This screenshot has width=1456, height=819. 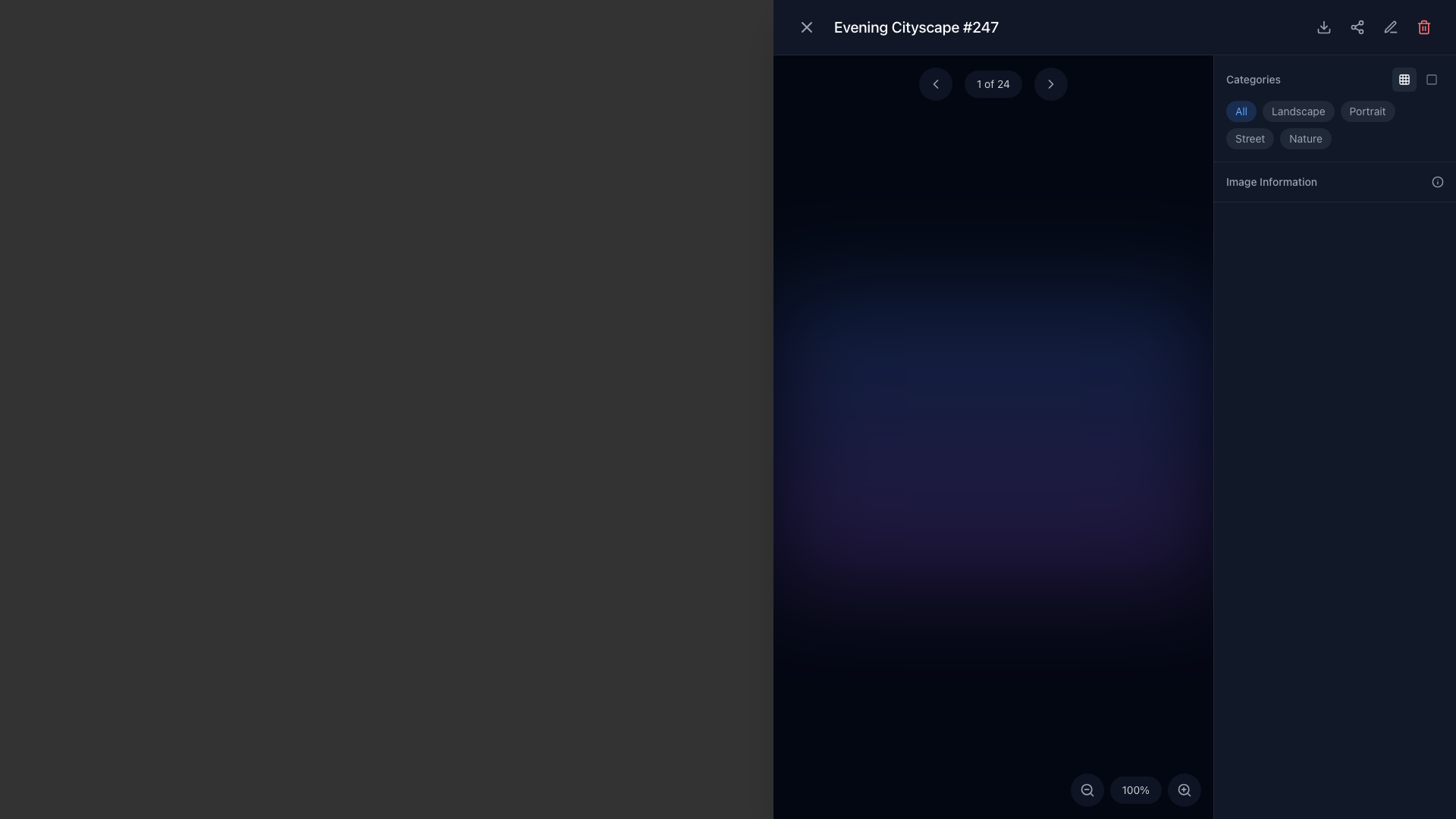 What do you see at coordinates (1323, 27) in the screenshot?
I see `the download icon button located at the top-right corner of the interface` at bounding box center [1323, 27].